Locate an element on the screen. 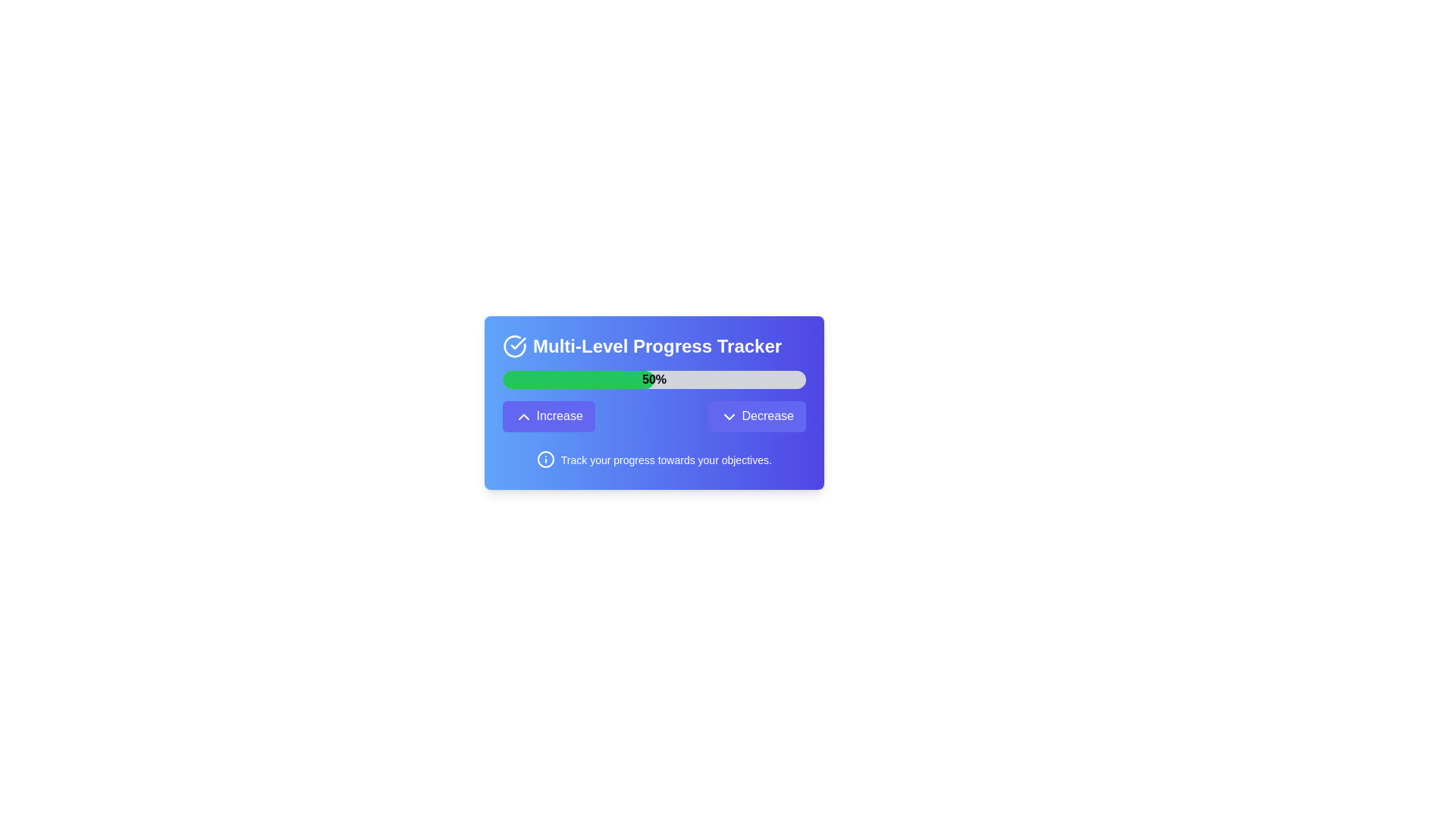 The height and width of the screenshot is (819, 1456). the Progress tracker widget, which visually represents progress towards a set objective and features a unique gradient background is located at coordinates (654, 402).